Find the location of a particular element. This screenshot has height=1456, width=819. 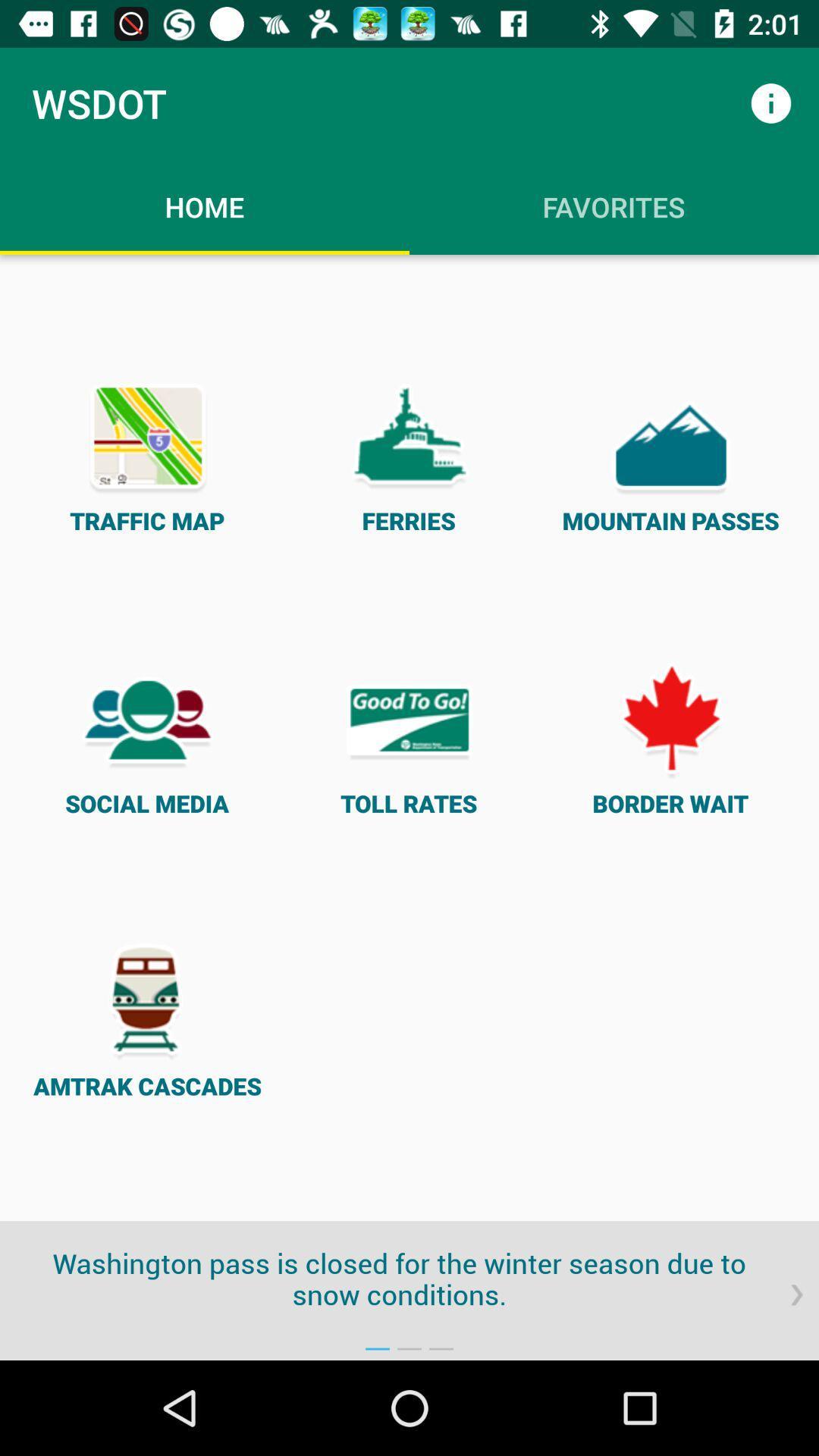

the amtrak cascades at the bottom left corner is located at coordinates (147, 1020).